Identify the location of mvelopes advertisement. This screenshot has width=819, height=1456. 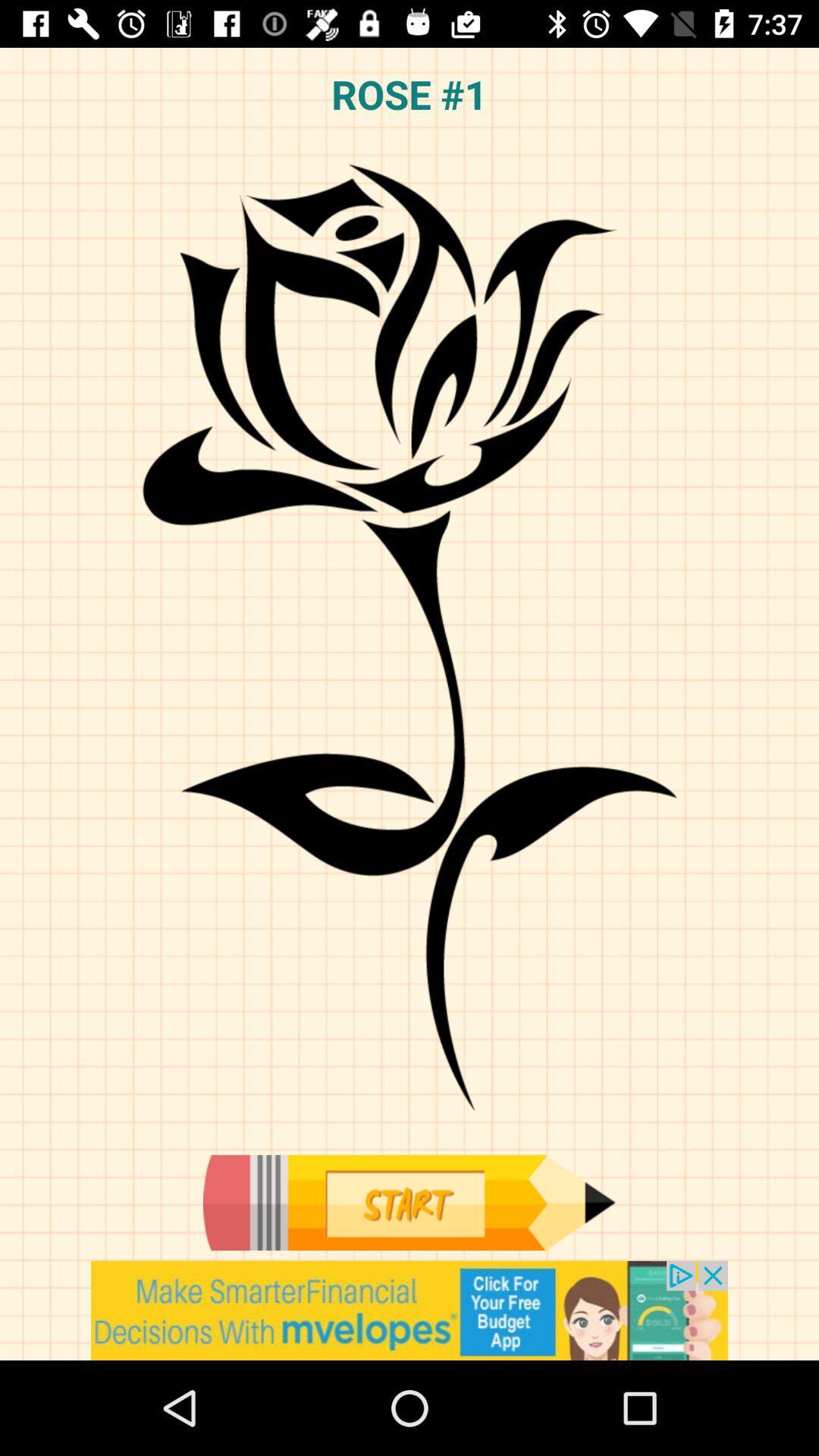
(409, 1310).